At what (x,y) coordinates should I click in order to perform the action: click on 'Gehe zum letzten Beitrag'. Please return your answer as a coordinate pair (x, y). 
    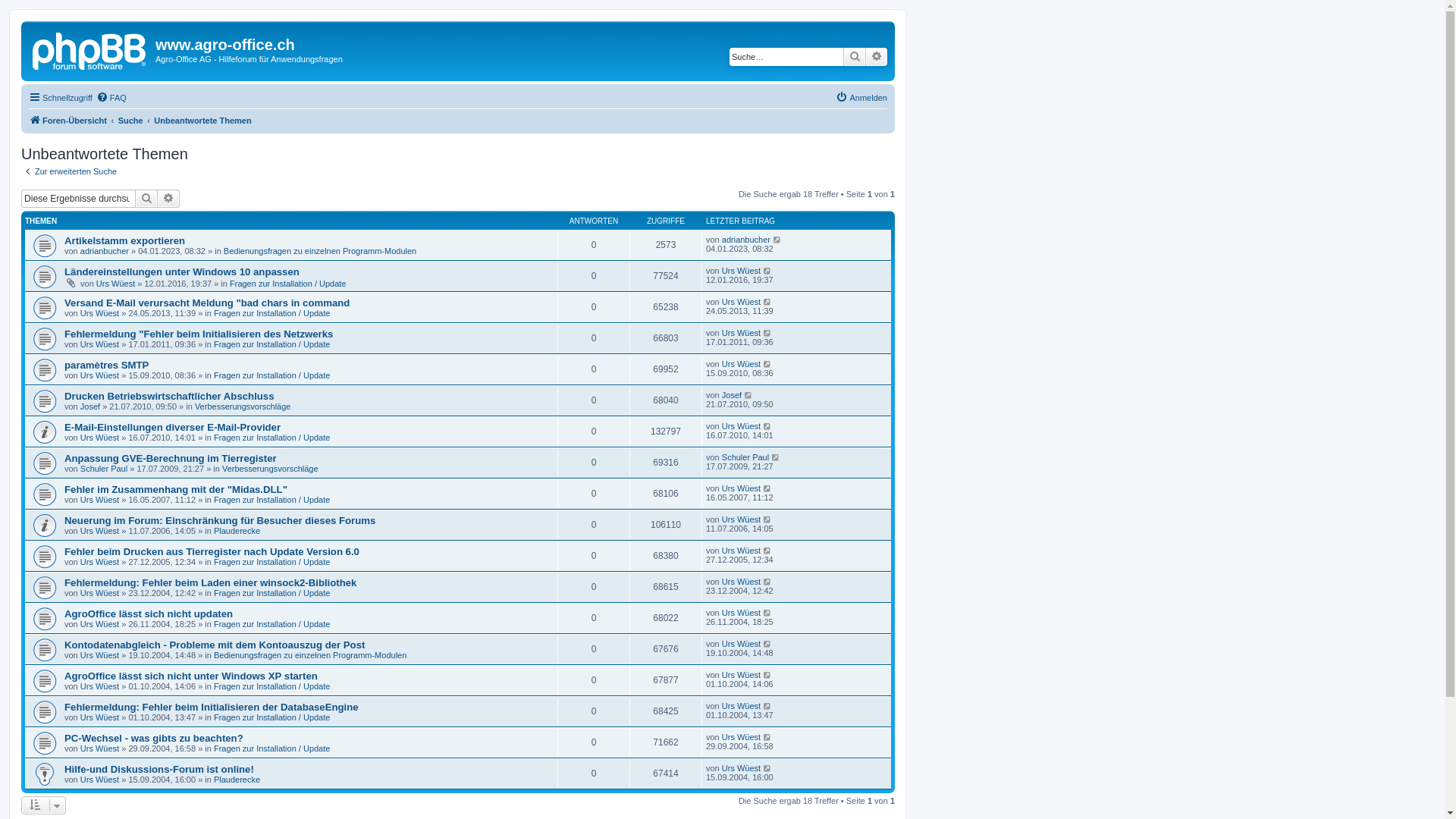
    Looking at the image, I should click on (767, 705).